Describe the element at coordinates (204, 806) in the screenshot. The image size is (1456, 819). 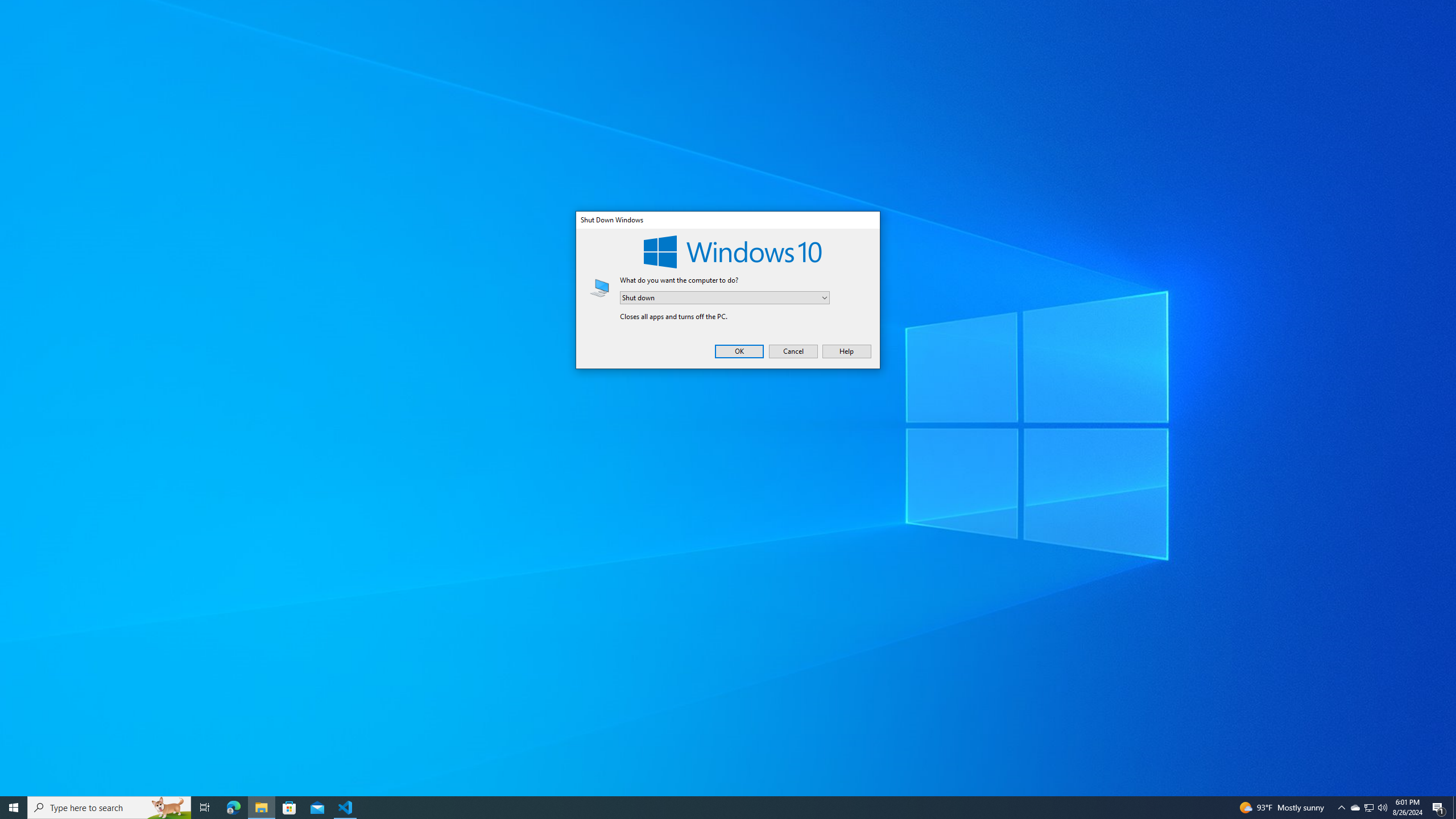
I see `'Microsoft Edge'` at that location.